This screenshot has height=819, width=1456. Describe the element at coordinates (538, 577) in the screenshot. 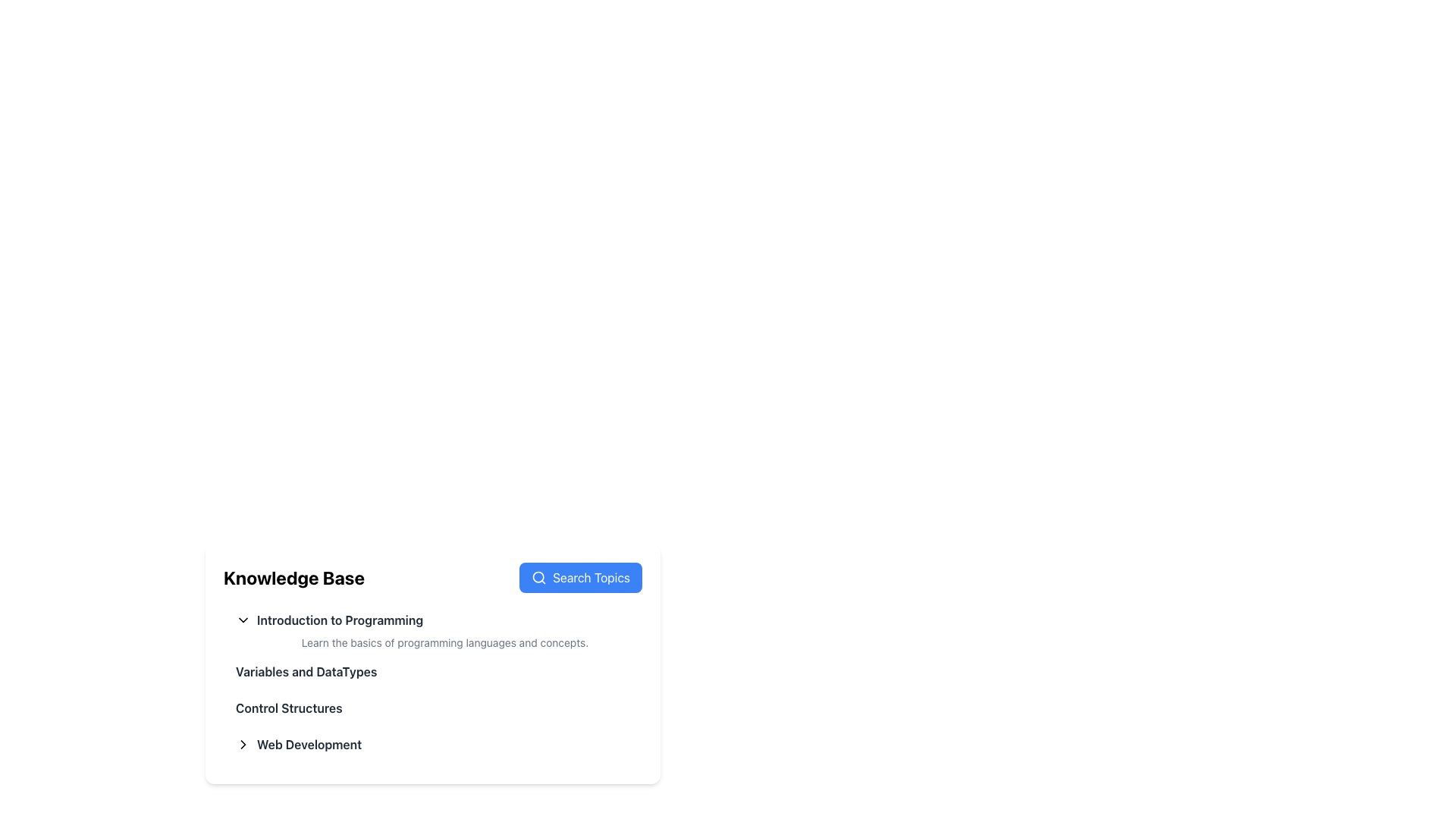

I see `the circular graphical representation of the search lens within the magnifying glass icon, located in the blue rectangular button labeled 'Search Topics' near the top right of the 'Knowledge Base' section` at that location.